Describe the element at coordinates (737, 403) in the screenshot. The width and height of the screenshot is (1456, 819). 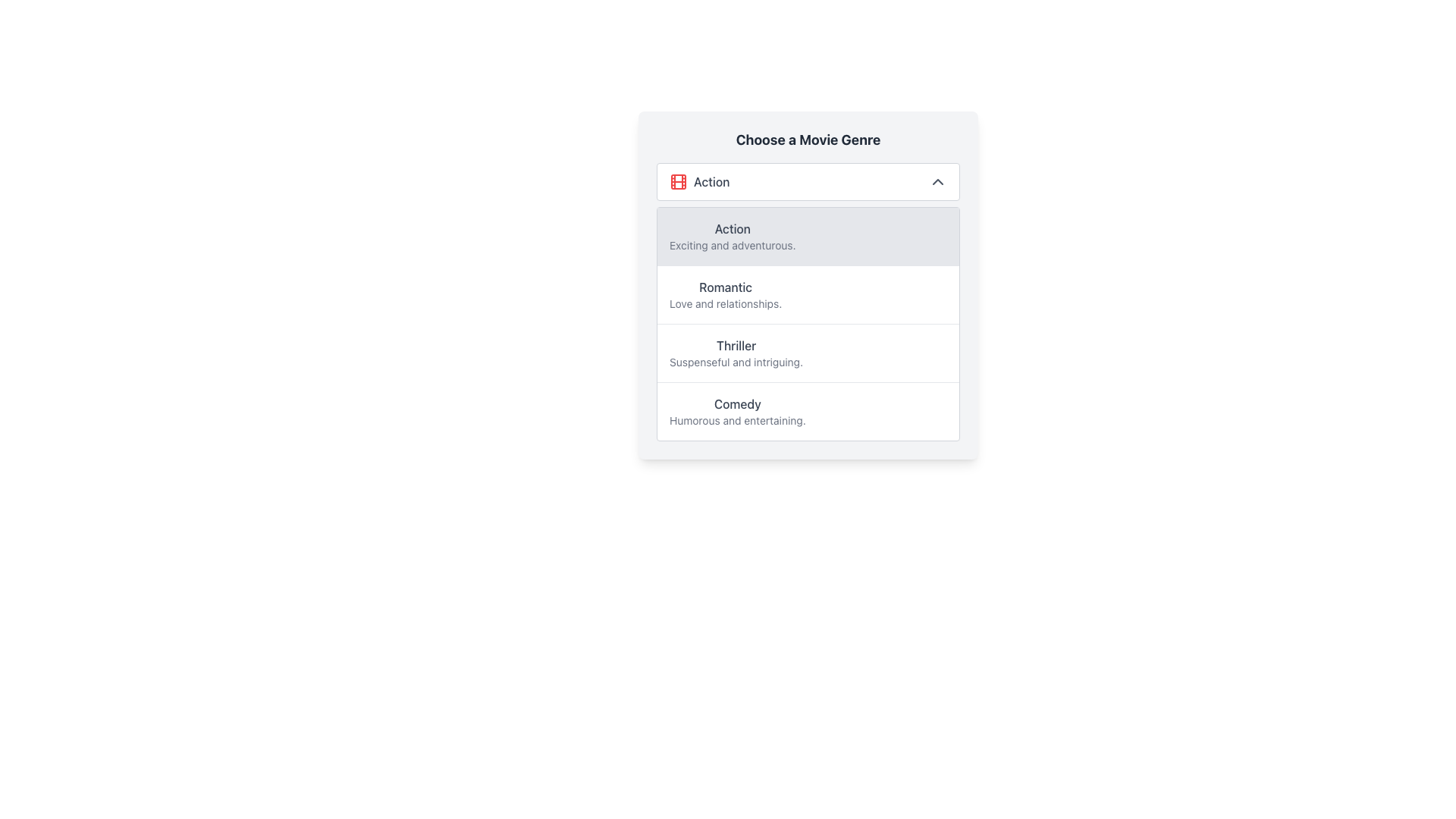
I see `the 'Comedy' genre label, which is styled with medium font weight and positioned above the descriptive text 'Humorous and entertaining.'` at that location.